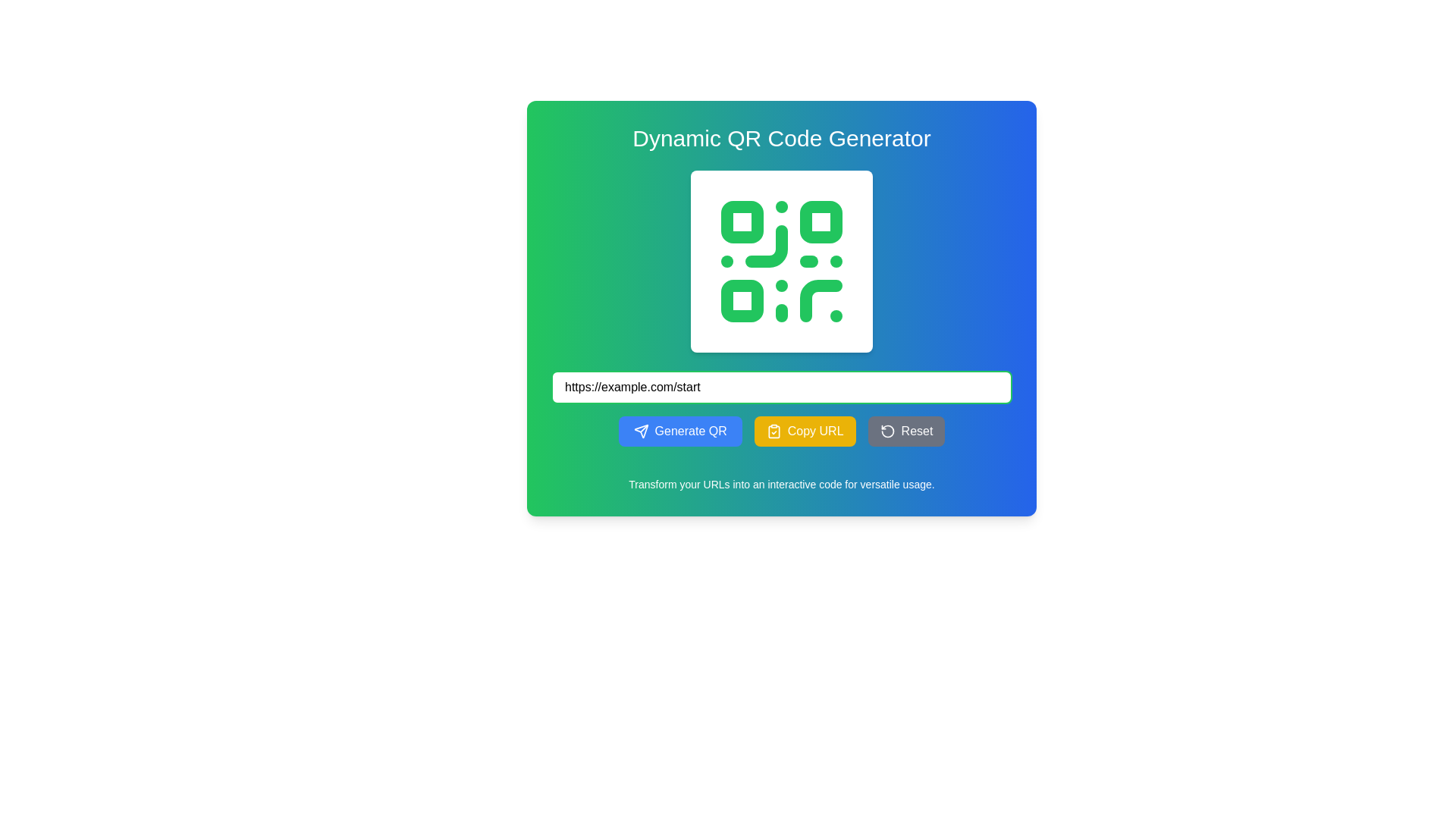  What do you see at coordinates (906, 431) in the screenshot?
I see `the 'Reset' button, which is styled with a rectangular shape, rounded corners, and contains white bold text along with a counter-clockwise rotation icon, to reset the input or state` at bounding box center [906, 431].